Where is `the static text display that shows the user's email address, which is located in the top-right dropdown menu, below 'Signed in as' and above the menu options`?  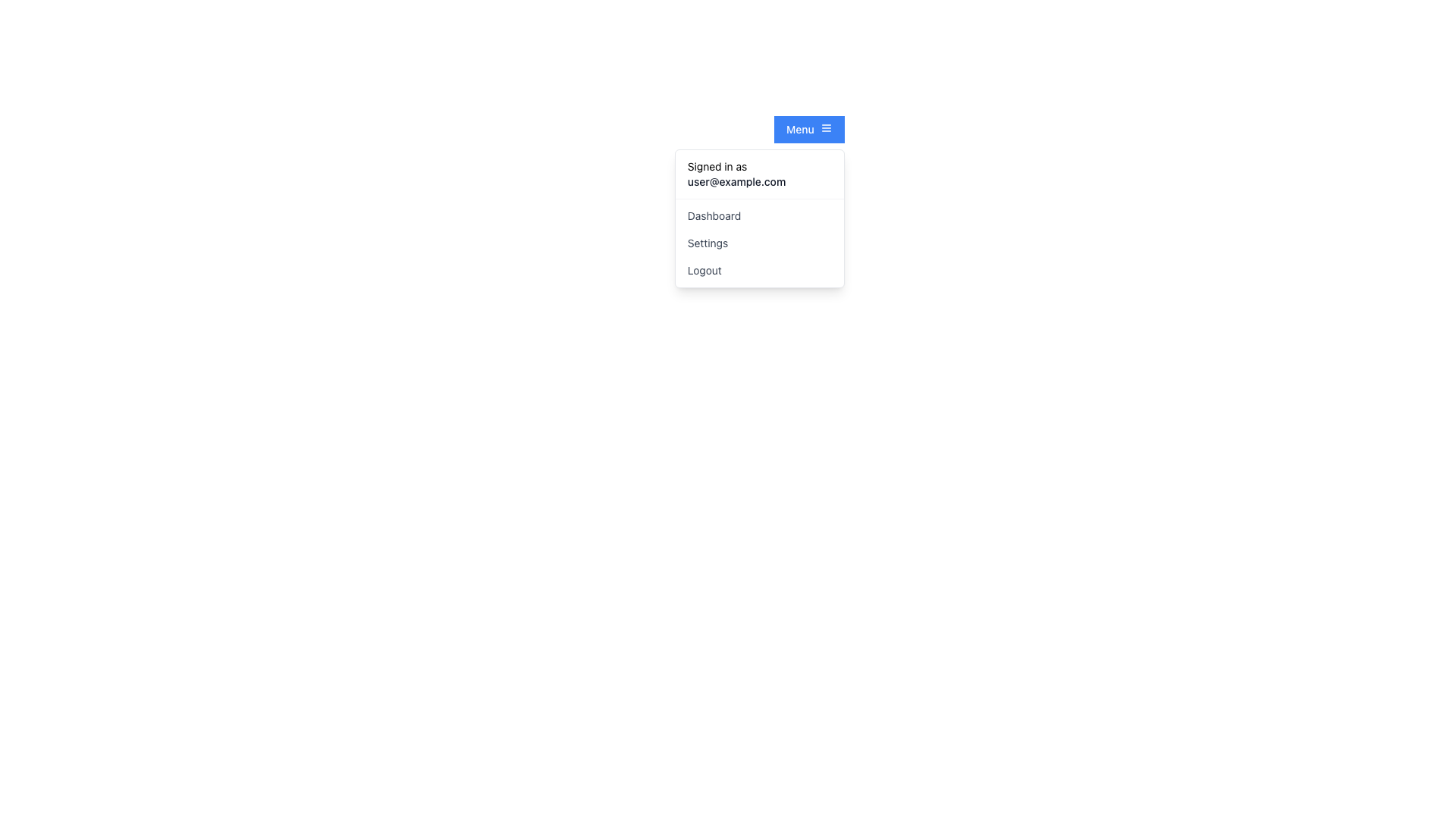 the static text display that shows the user's email address, which is located in the top-right dropdown menu, below 'Signed in as' and above the menu options is located at coordinates (759, 180).